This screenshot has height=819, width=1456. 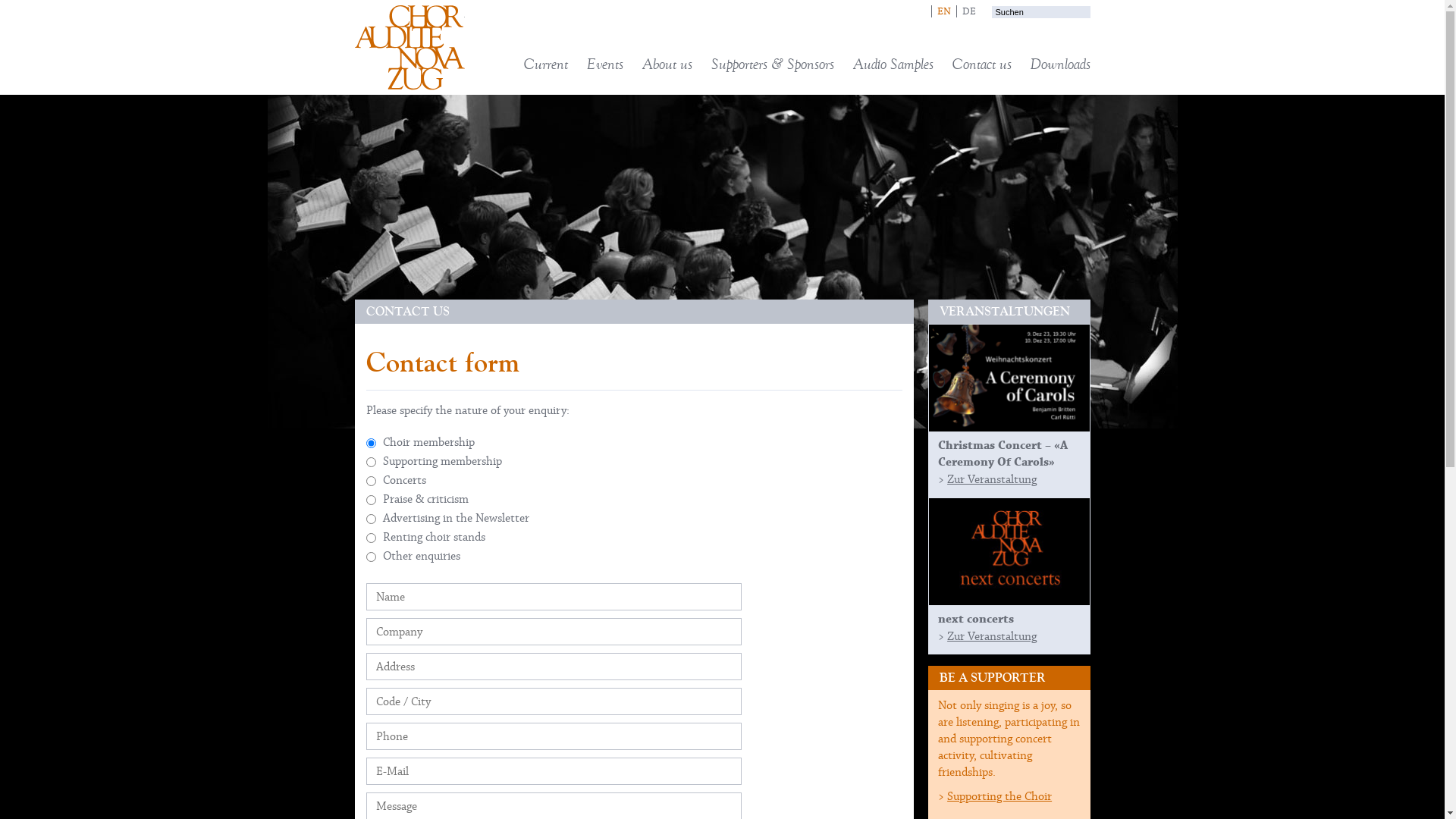 What do you see at coordinates (666, 63) in the screenshot?
I see `'About us'` at bounding box center [666, 63].